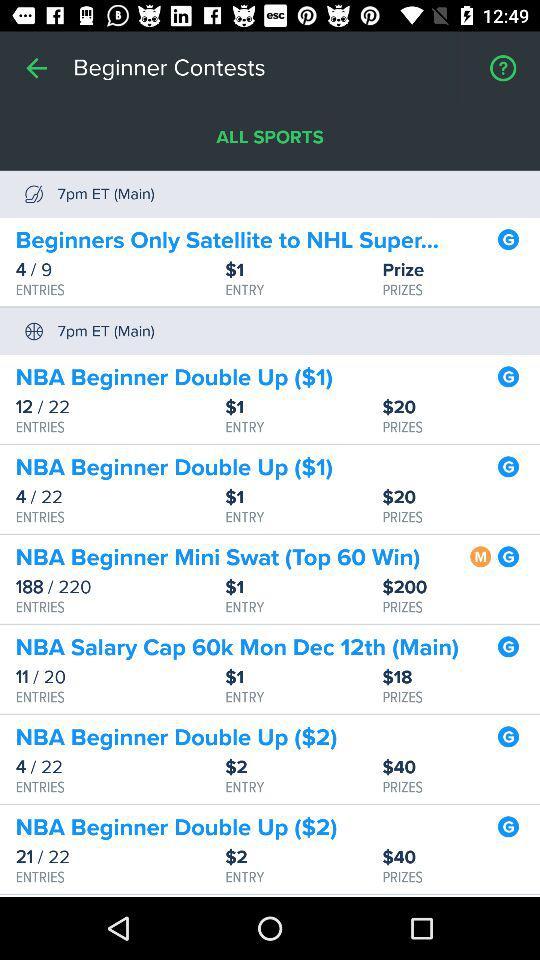  What do you see at coordinates (120, 677) in the screenshot?
I see `11 / 20 item` at bounding box center [120, 677].